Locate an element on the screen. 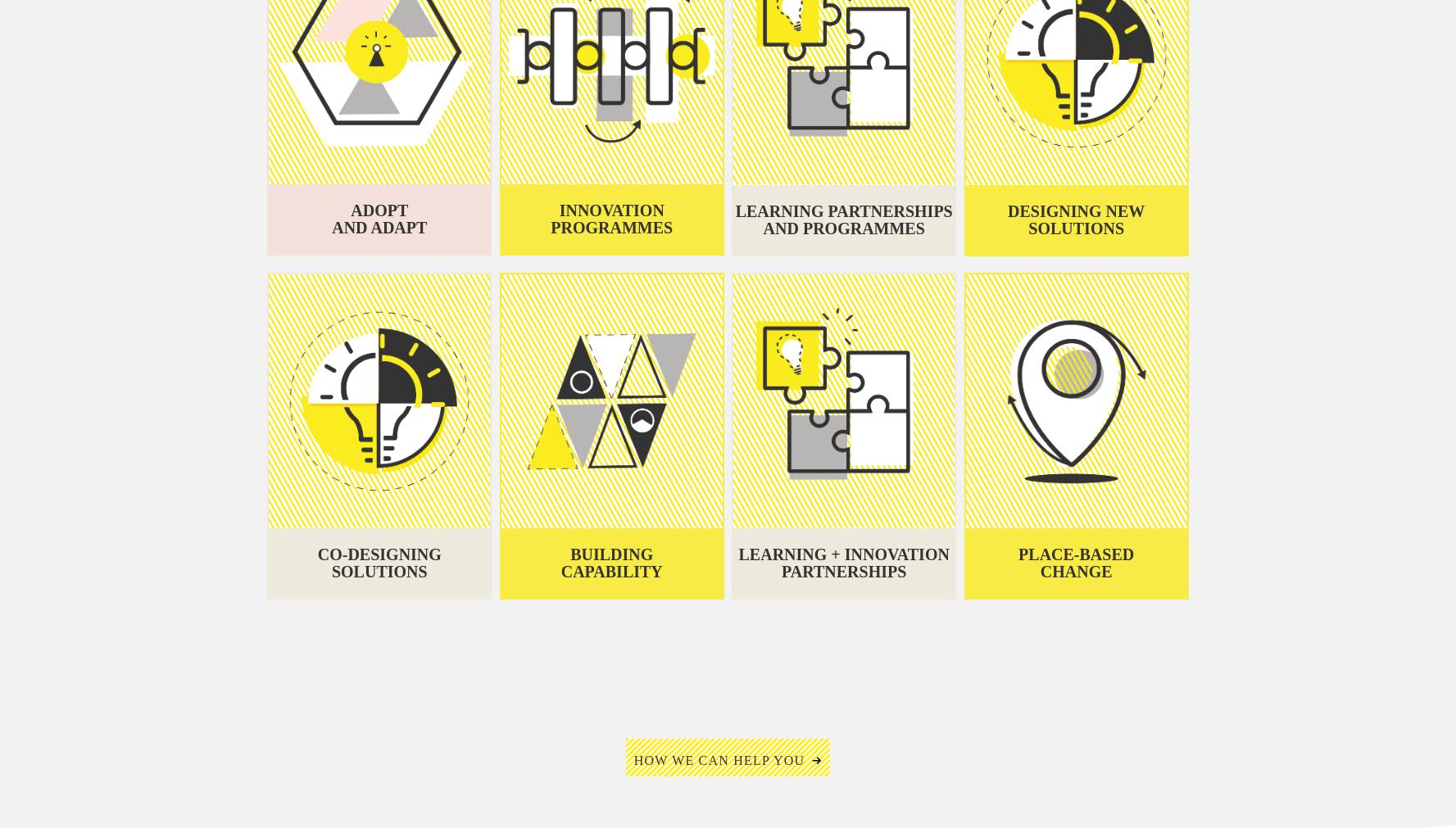  'Learning partnerships' is located at coordinates (843, 210).